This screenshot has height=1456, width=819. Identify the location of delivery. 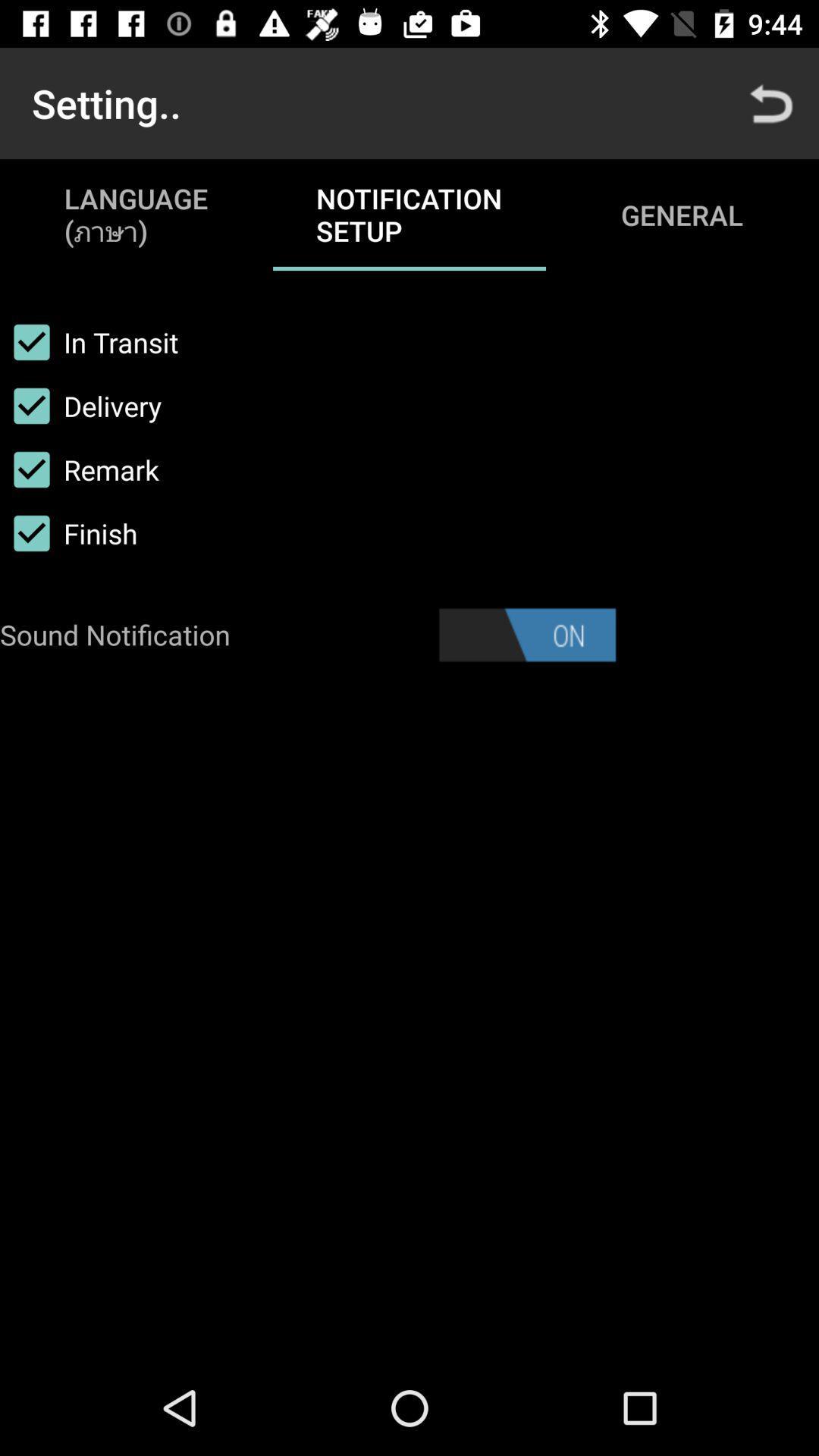
(80, 406).